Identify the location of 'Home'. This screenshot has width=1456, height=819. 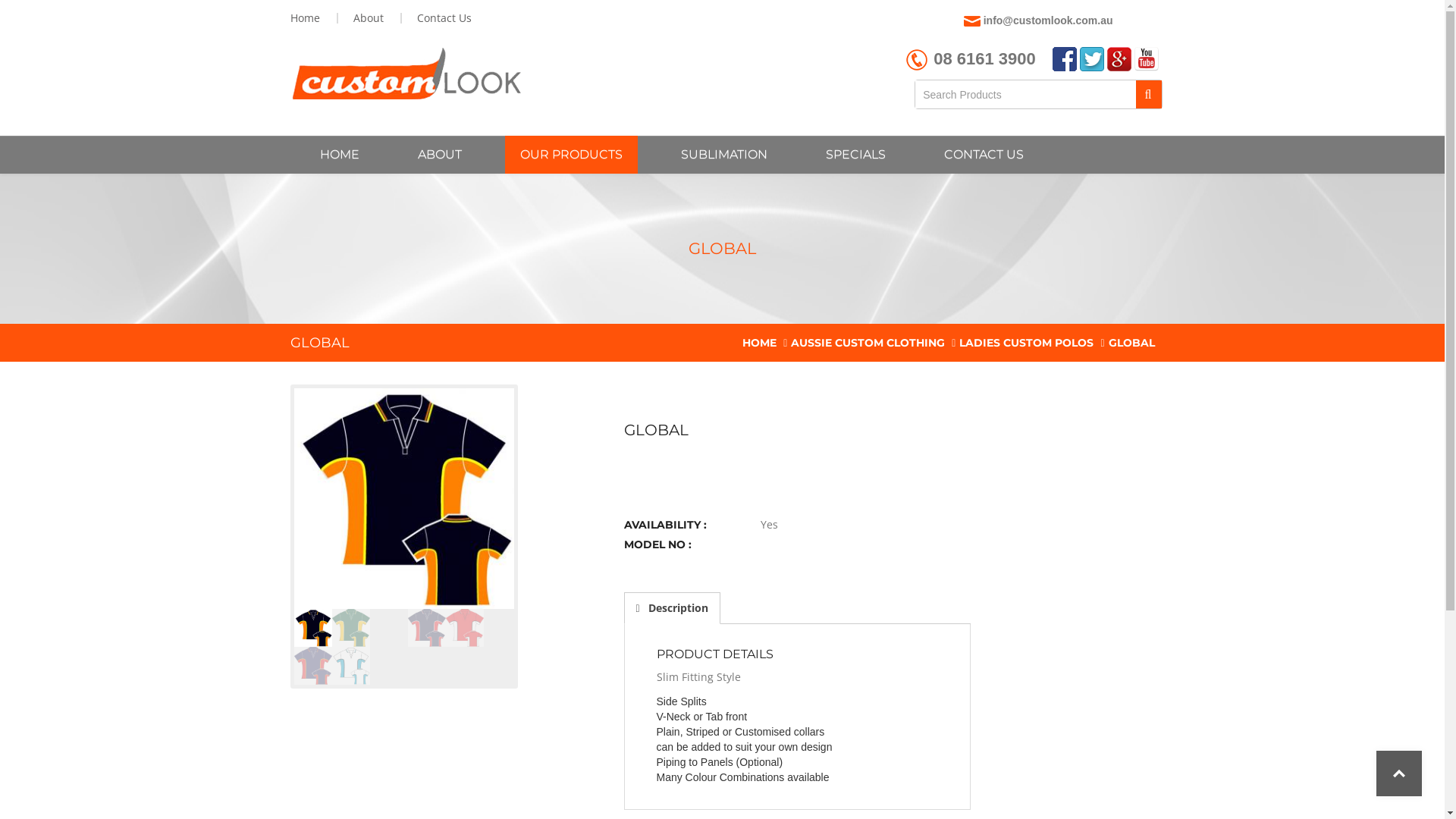
(306, 17).